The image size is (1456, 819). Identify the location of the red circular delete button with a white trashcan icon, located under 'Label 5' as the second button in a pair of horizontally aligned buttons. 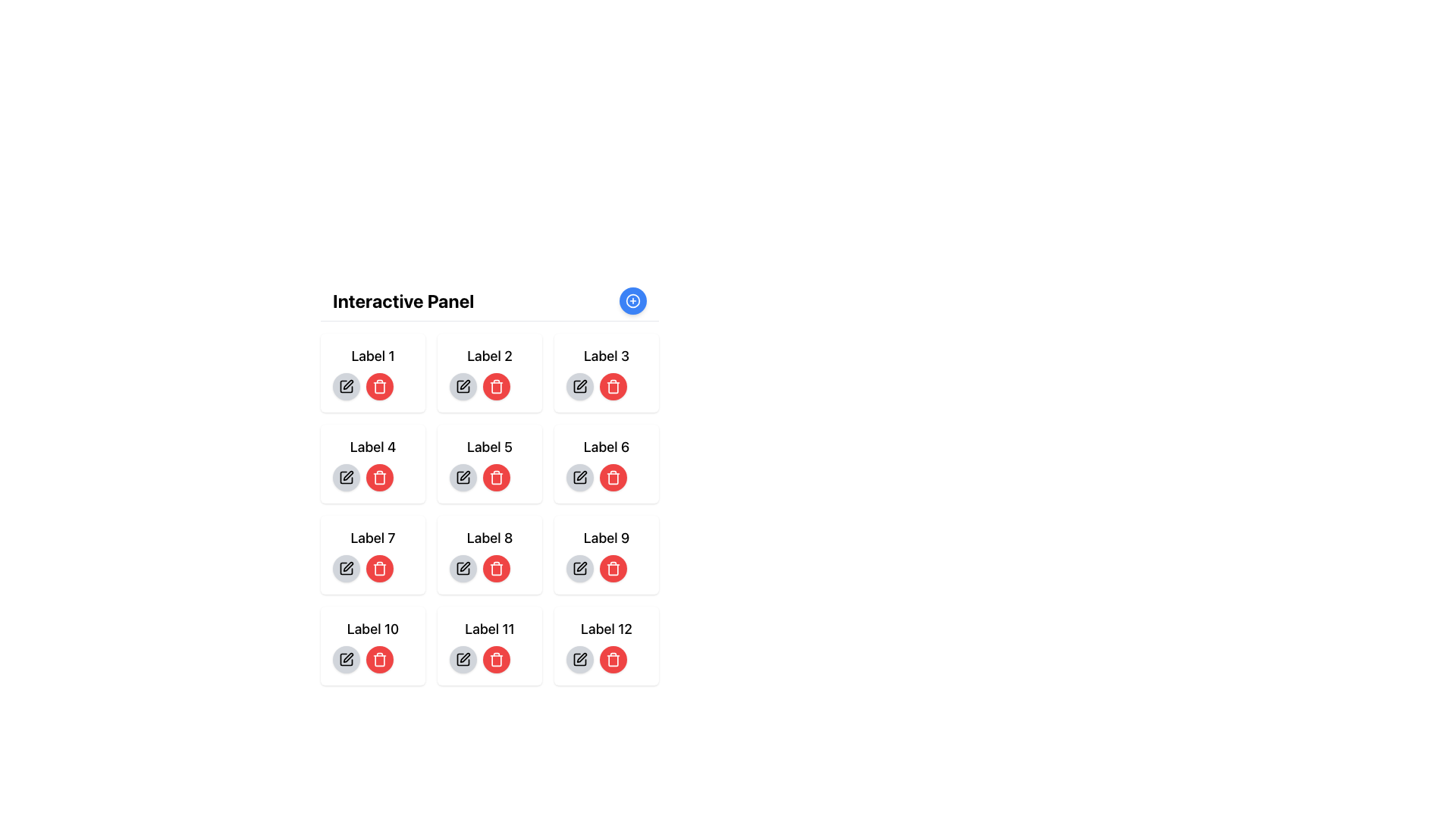
(496, 476).